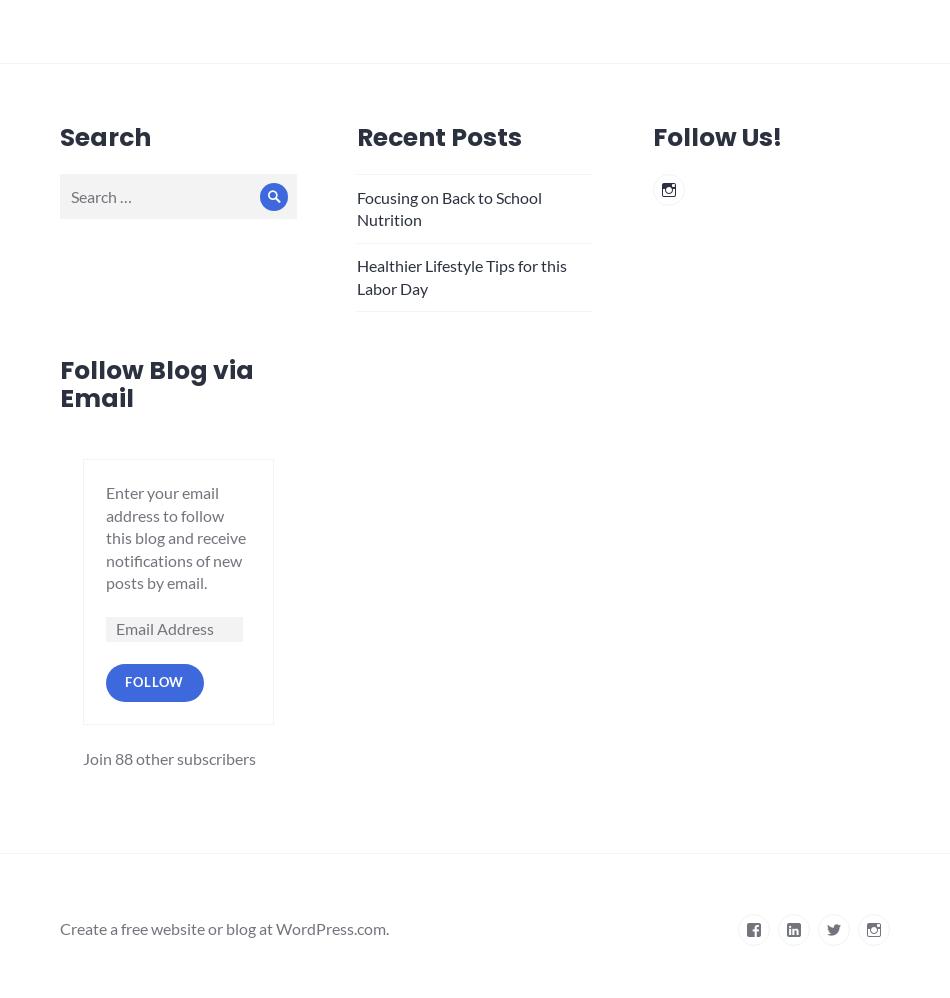  I want to click on 'Follow', so click(154, 681).